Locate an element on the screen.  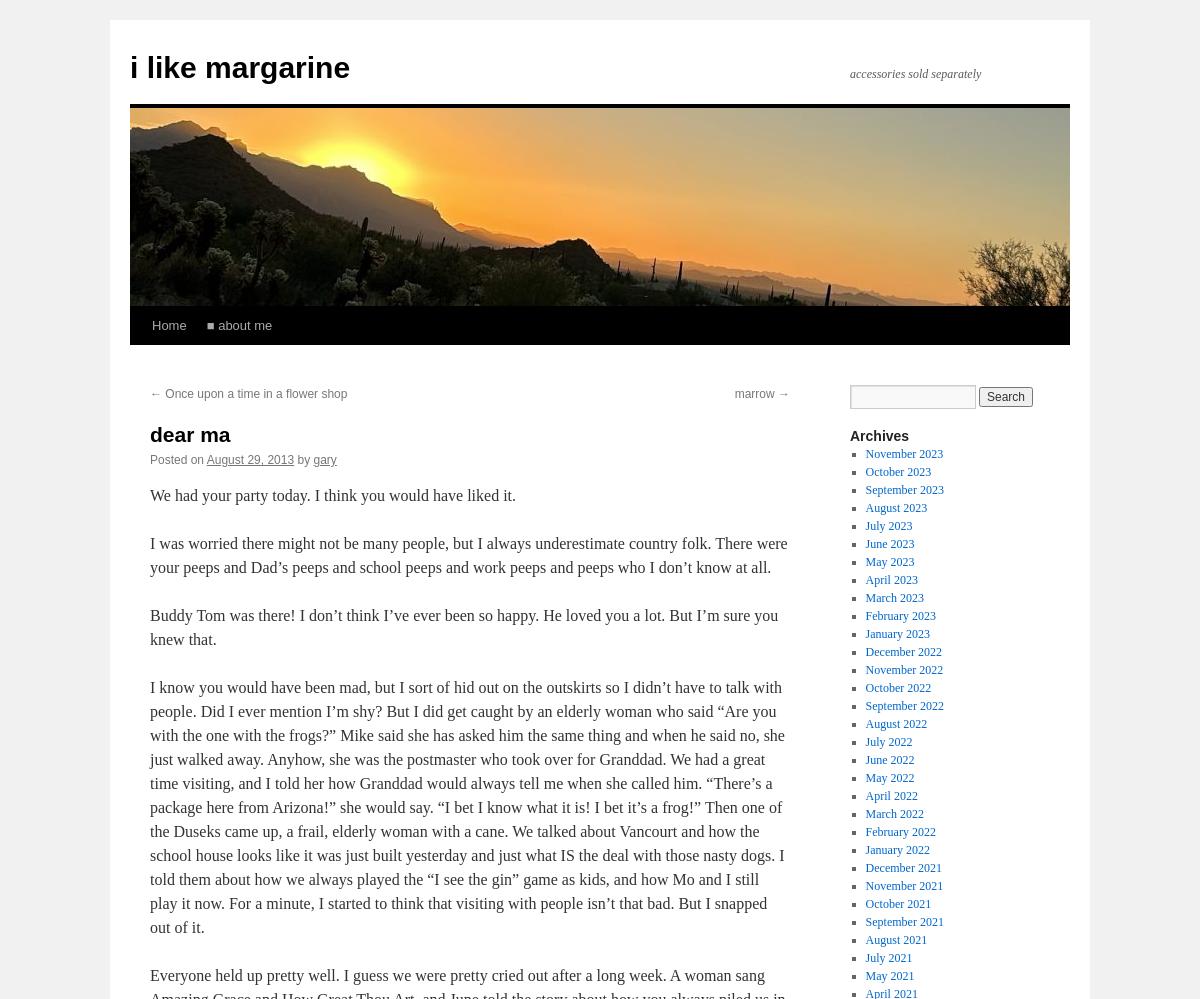
'marrow' is located at coordinates (755, 393).